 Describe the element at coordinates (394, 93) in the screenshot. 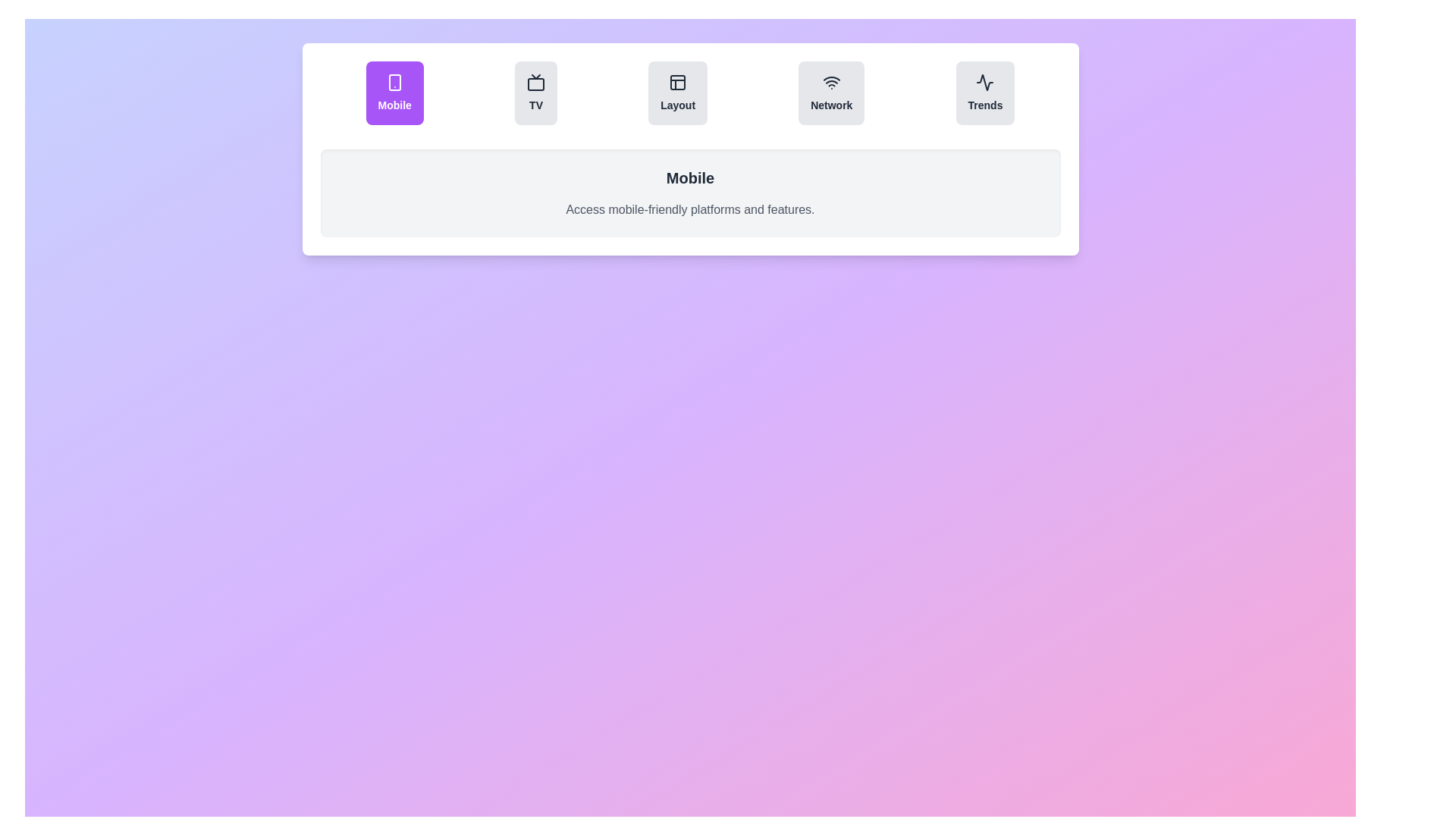

I see `the styled rectangular button with a purple background and white text 'Mobile'` at that location.